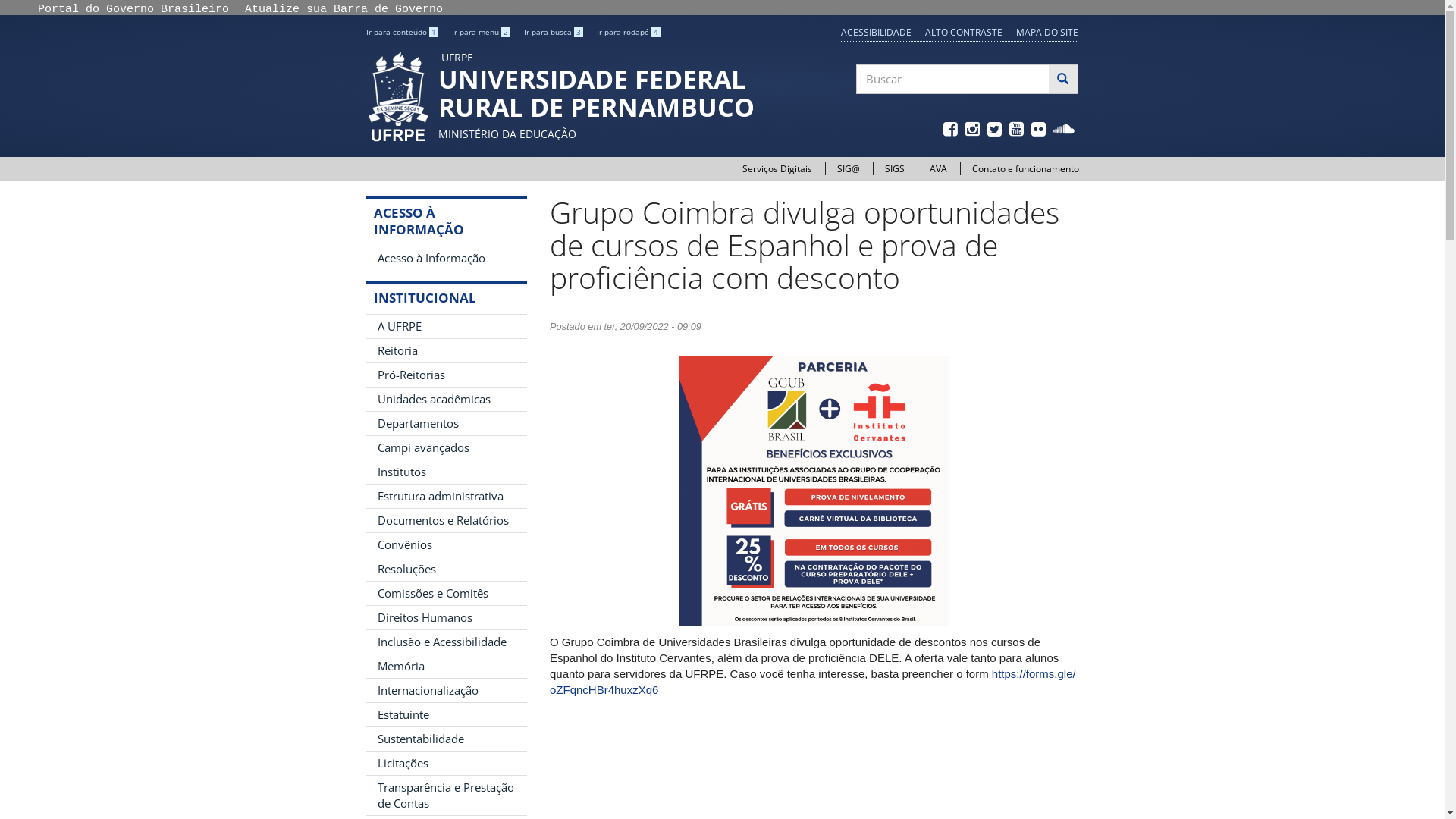 The width and height of the screenshot is (1456, 819). What do you see at coordinates (937, 168) in the screenshot?
I see `'AVA'` at bounding box center [937, 168].